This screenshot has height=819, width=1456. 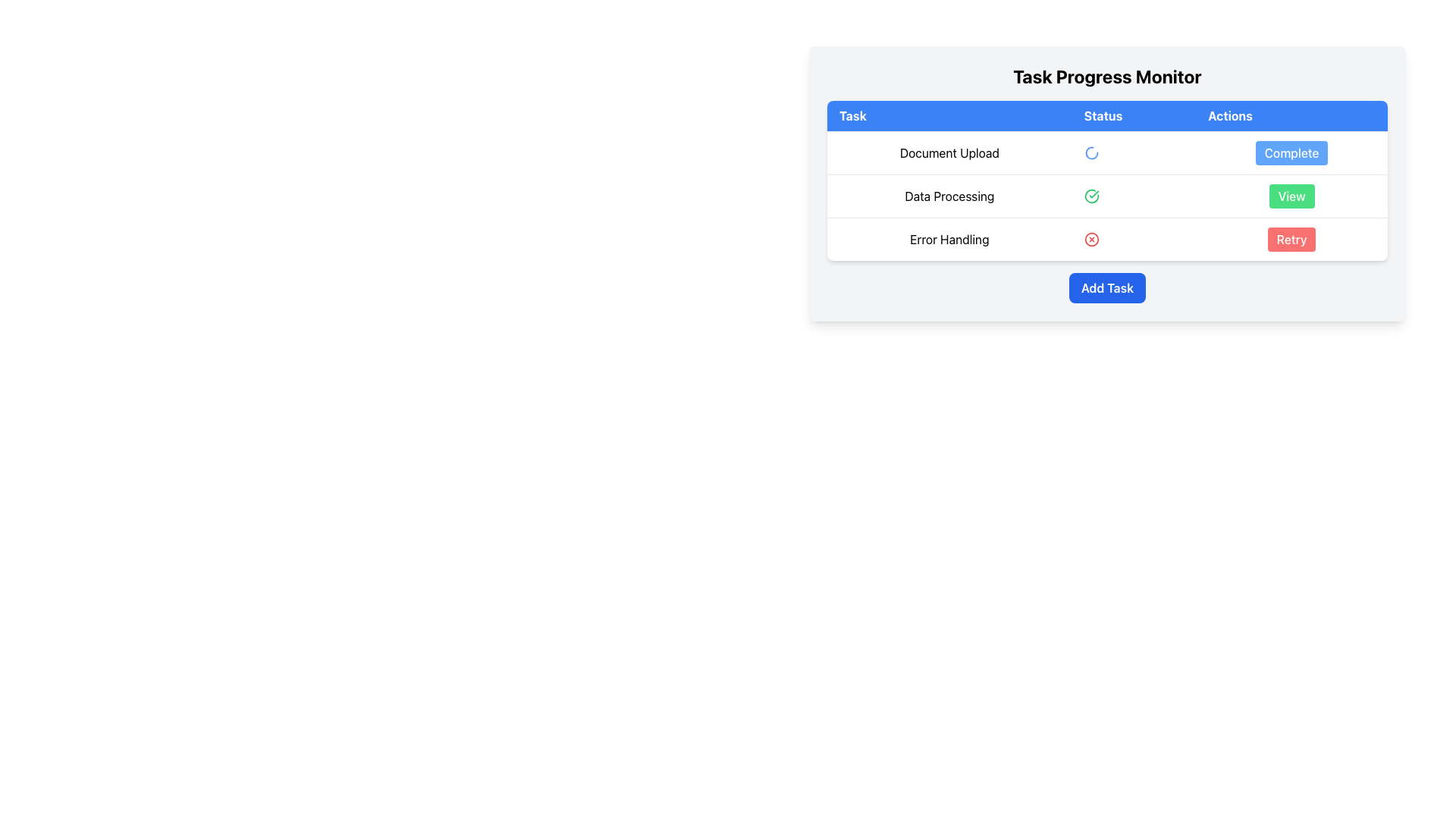 What do you see at coordinates (1107, 239) in the screenshot?
I see `the 'Retry' button in the bottom row of the monitoring table, which represents the status of the task 'Error Handling'` at bounding box center [1107, 239].